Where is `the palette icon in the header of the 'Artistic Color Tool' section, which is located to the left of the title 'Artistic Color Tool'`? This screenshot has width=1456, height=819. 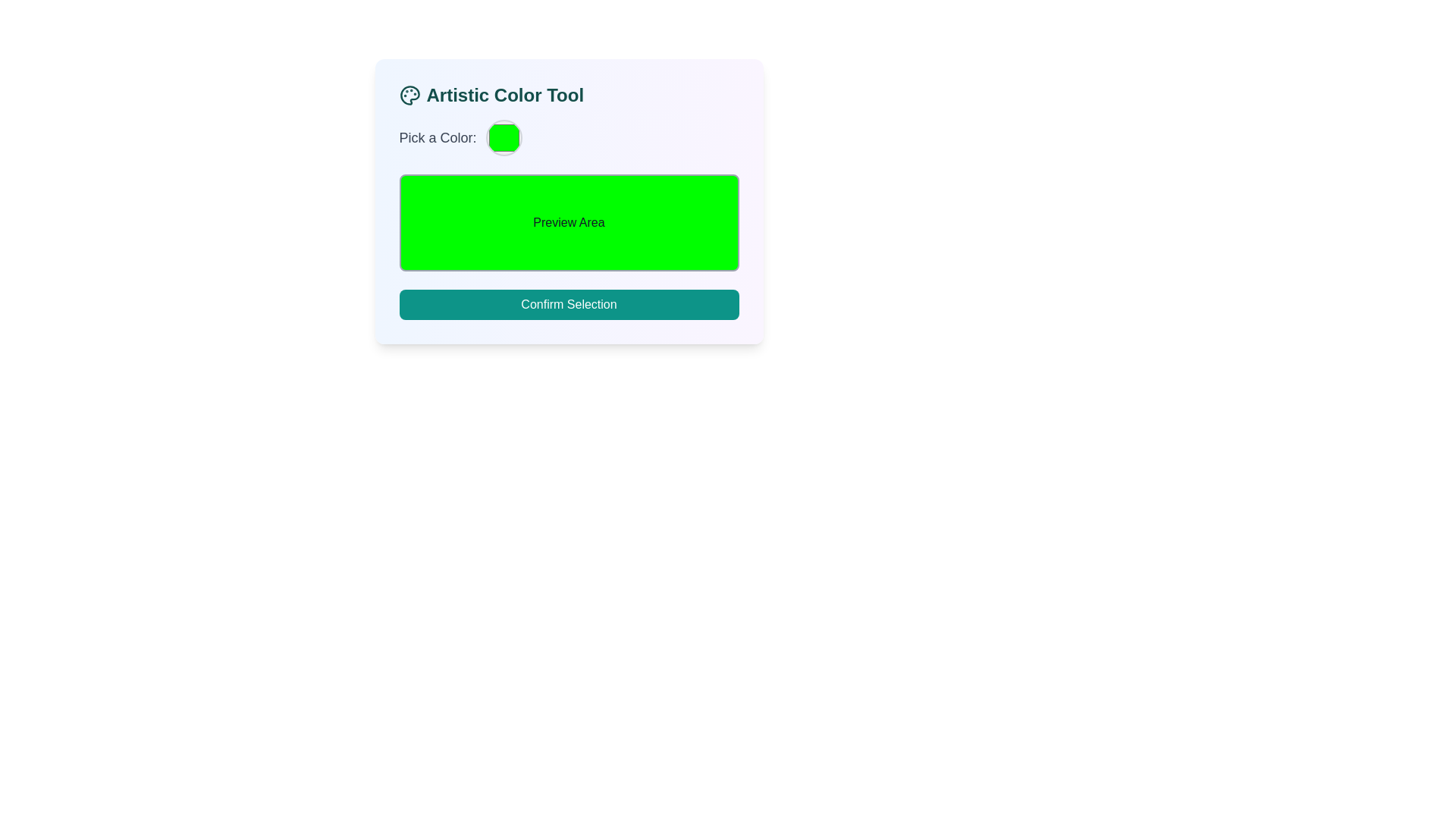 the palette icon in the header of the 'Artistic Color Tool' section, which is located to the left of the title 'Artistic Color Tool' is located at coordinates (409, 96).